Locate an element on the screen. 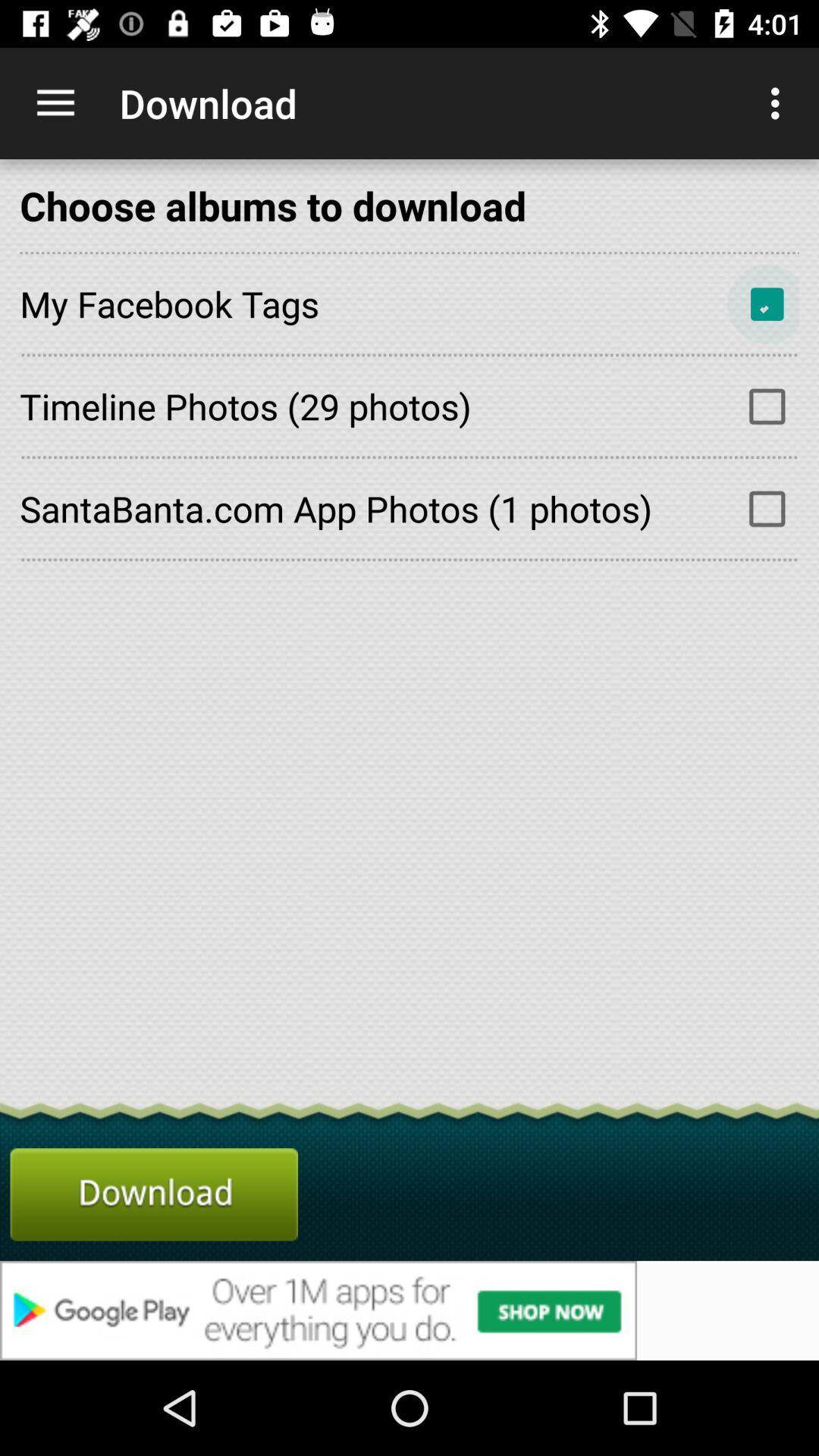  advertisement is located at coordinates (409, 1310).